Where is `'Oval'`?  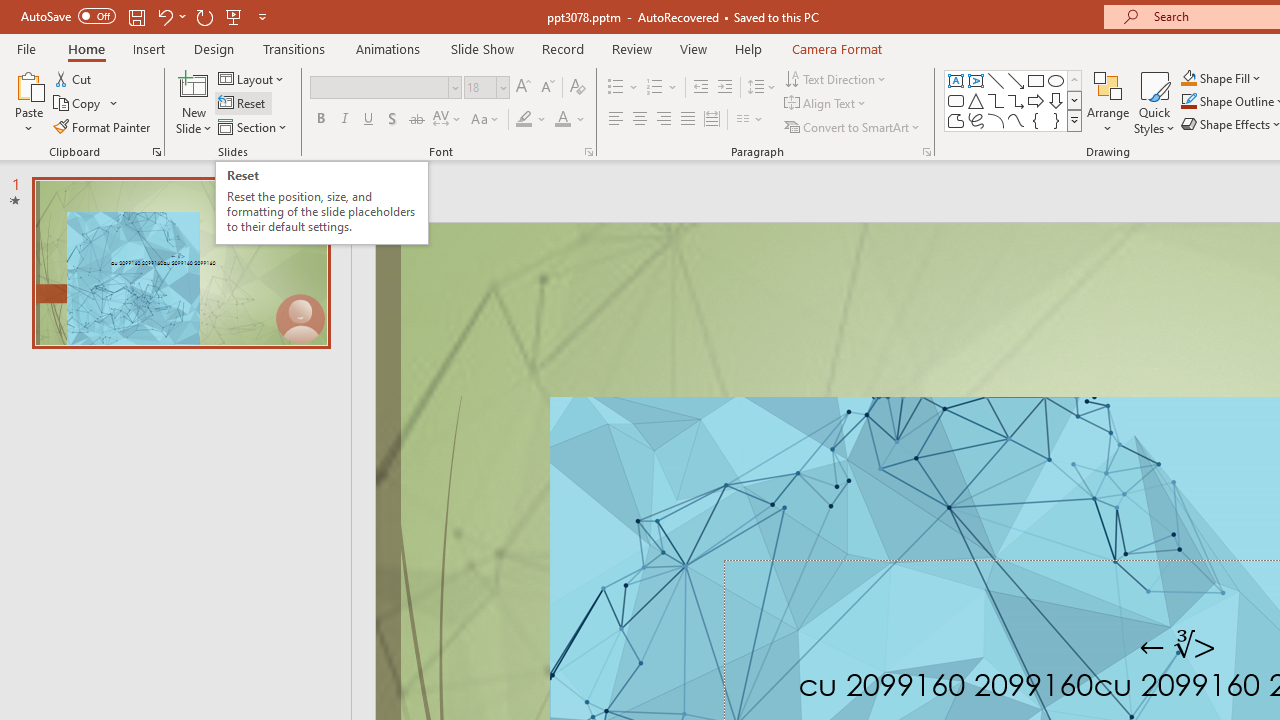 'Oval' is located at coordinates (1055, 80).